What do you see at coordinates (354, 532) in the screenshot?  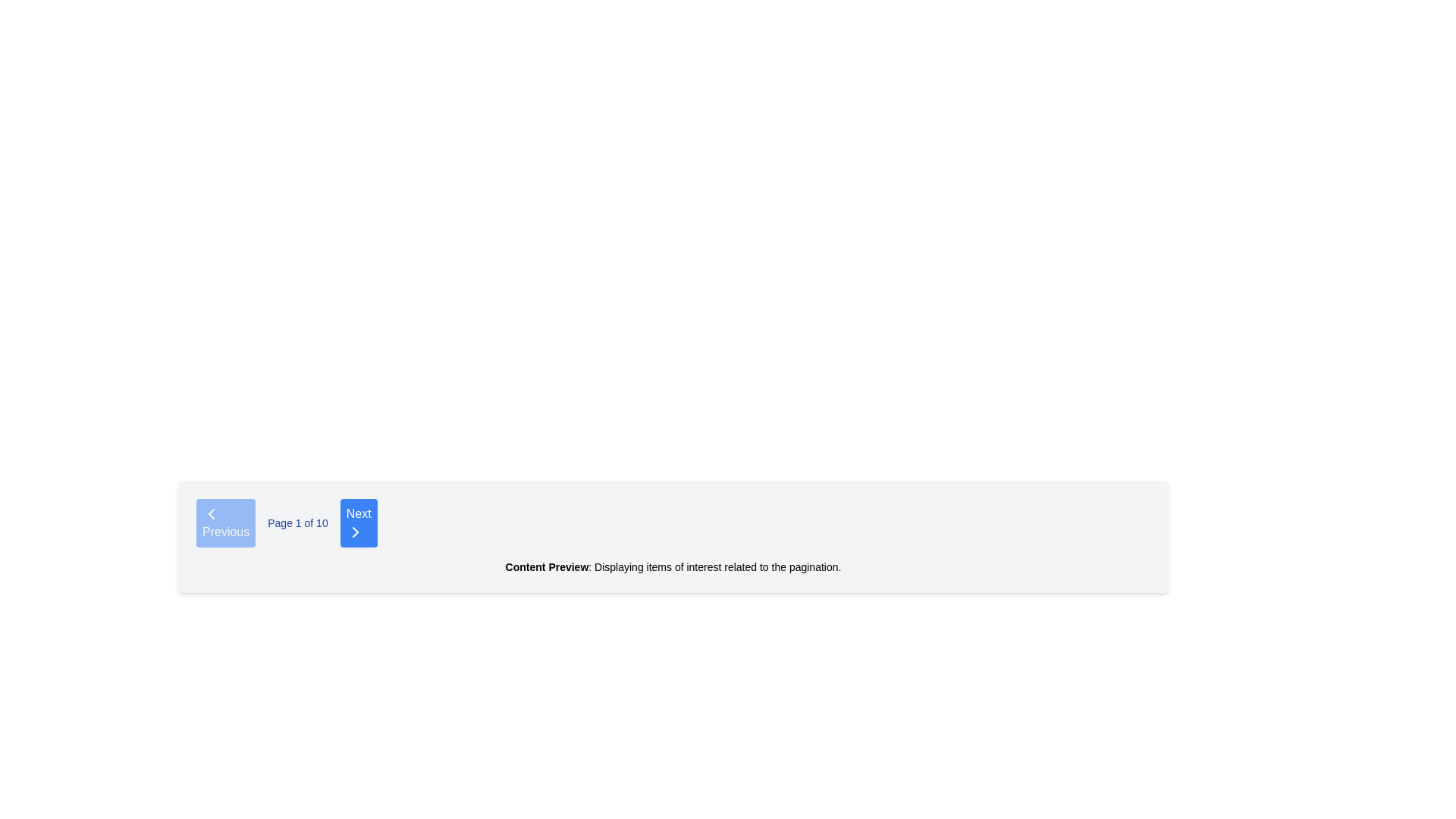 I see `the 'Next' button, which is located toward the center-right of the pagination control panel` at bounding box center [354, 532].